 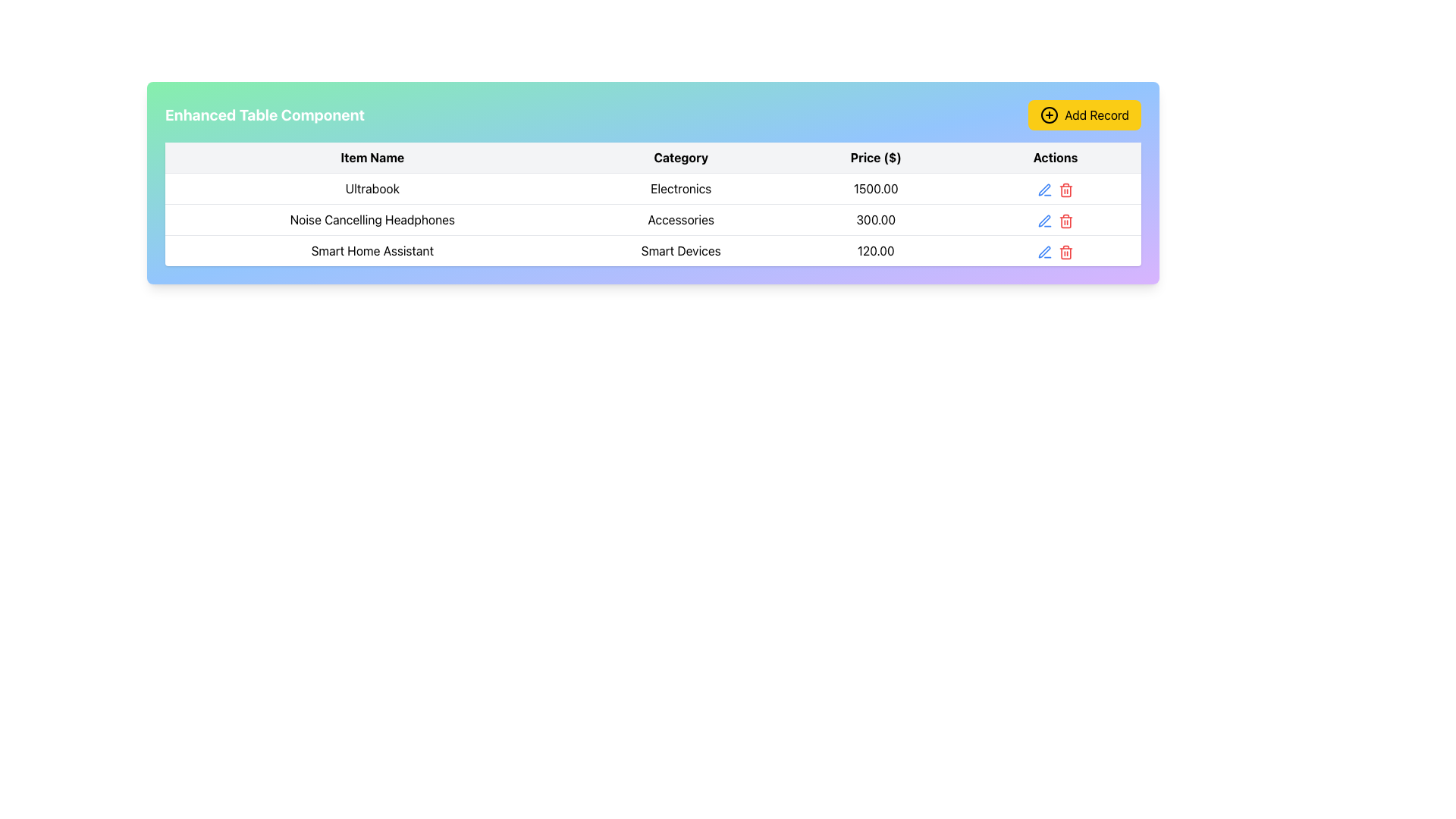 I want to click on text content of the 'Ultrabook' label located in the first row under the 'Item Name' column of the table, so click(x=372, y=188).